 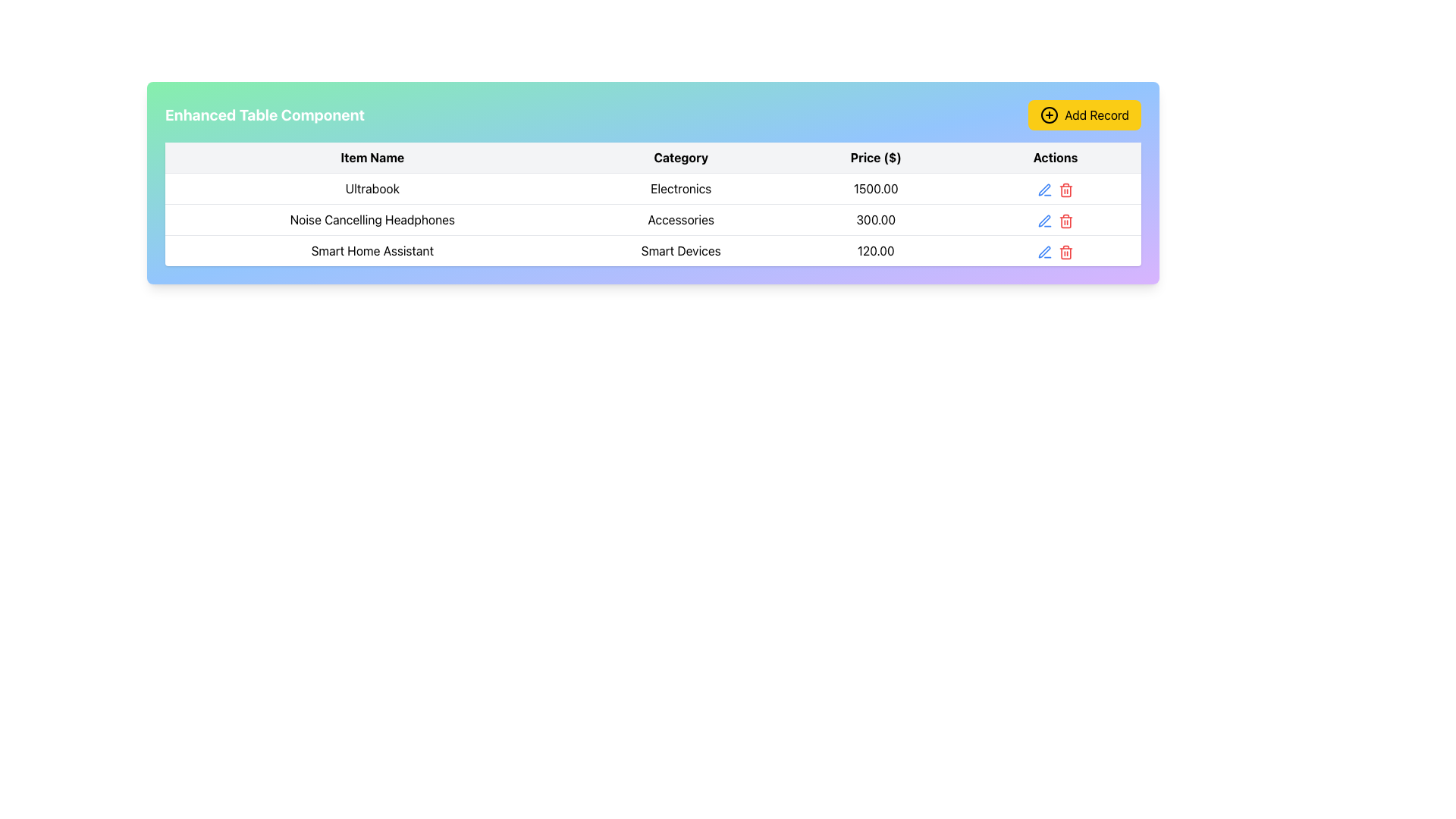 I want to click on text content of the 'Ultrabook' label located in the first row under the 'Item Name' column of the table, so click(x=372, y=188).